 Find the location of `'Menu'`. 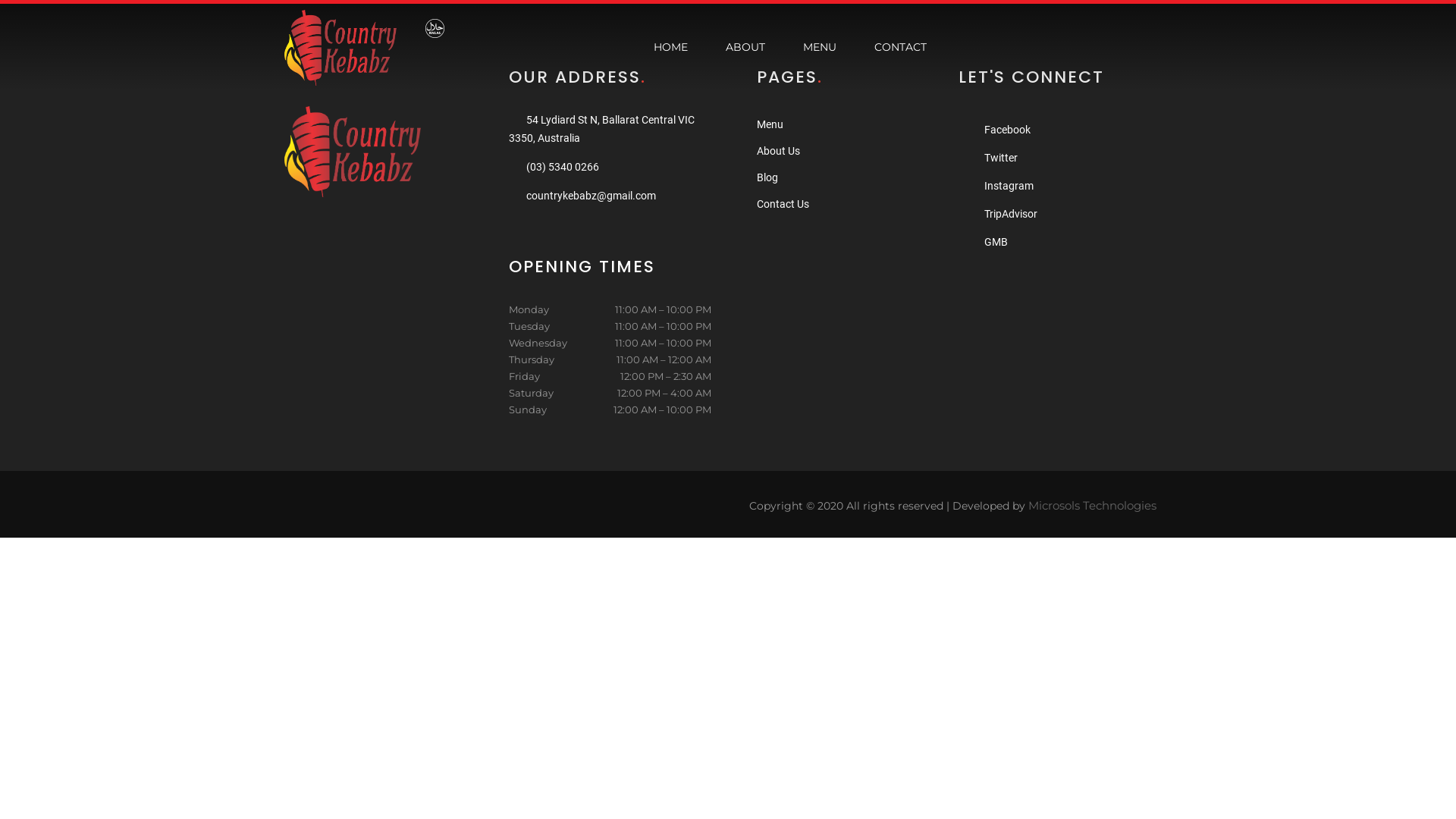

'Menu' is located at coordinates (757, 124).